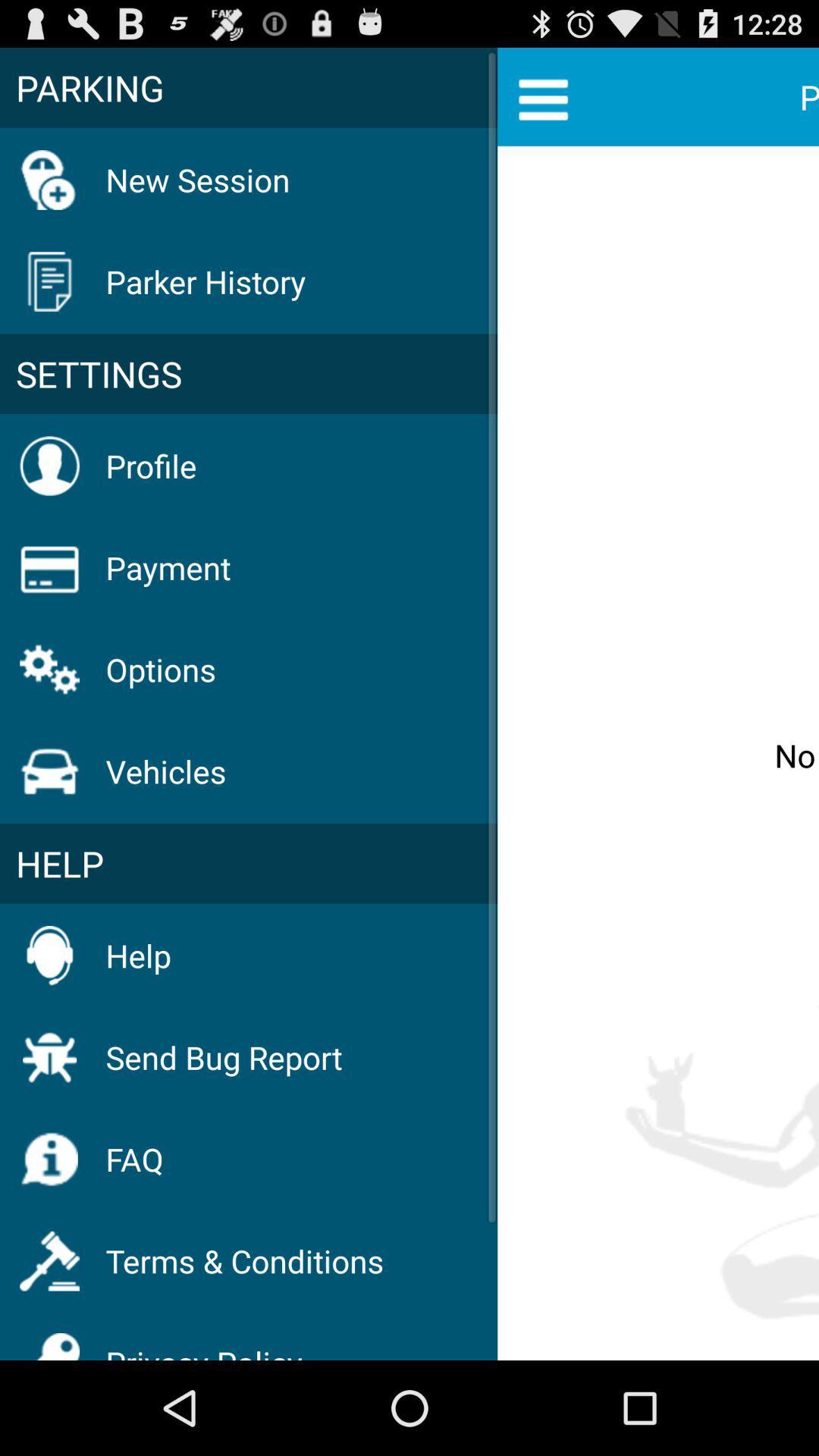 The width and height of the screenshot is (819, 1456). What do you see at coordinates (248, 374) in the screenshot?
I see `icon next to the no parking history` at bounding box center [248, 374].